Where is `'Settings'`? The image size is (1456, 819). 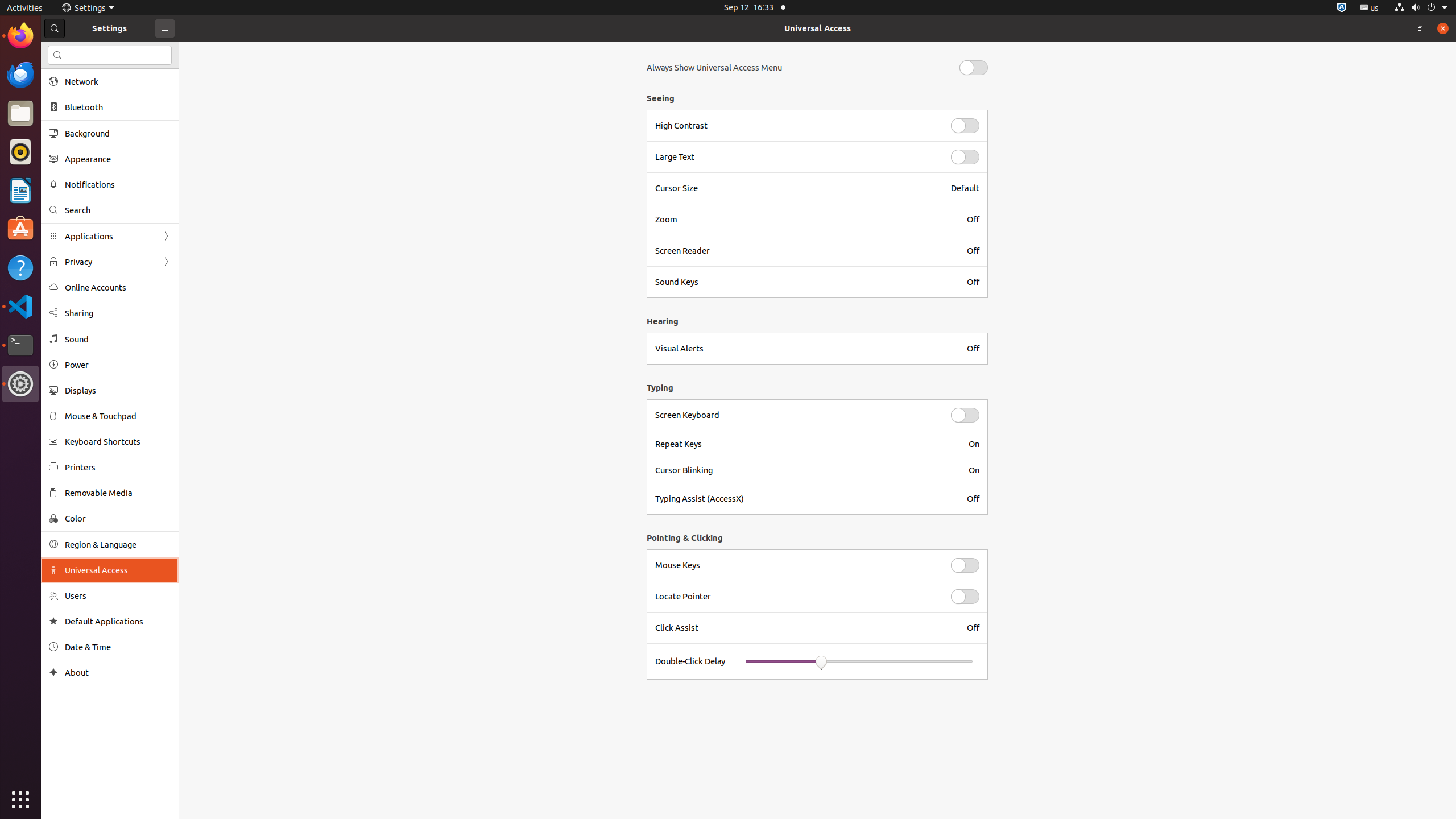 'Settings' is located at coordinates (88, 7).